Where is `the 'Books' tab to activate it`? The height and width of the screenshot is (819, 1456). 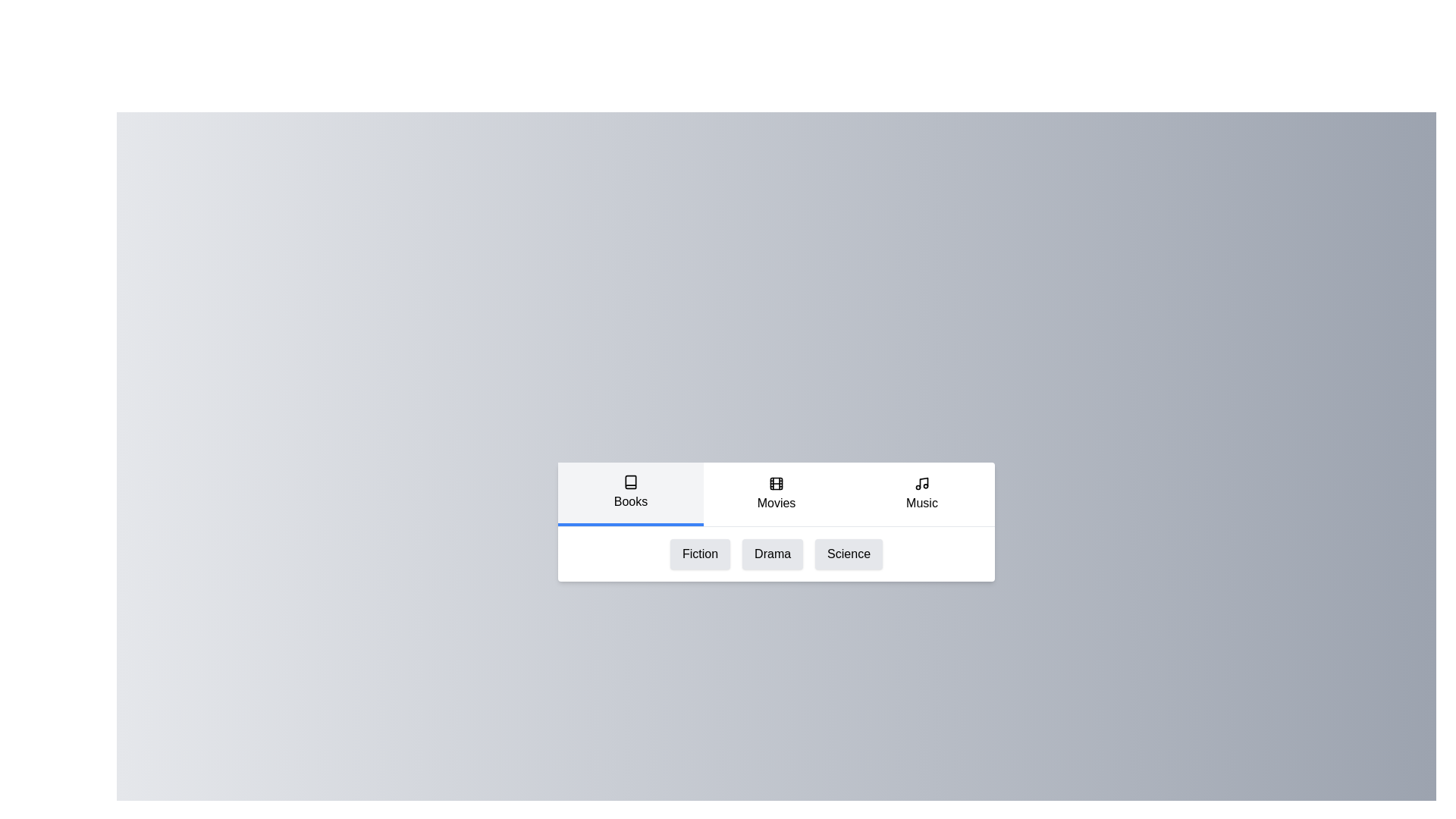 the 'Books' tab to activate it is located at coordinates (630, 494).